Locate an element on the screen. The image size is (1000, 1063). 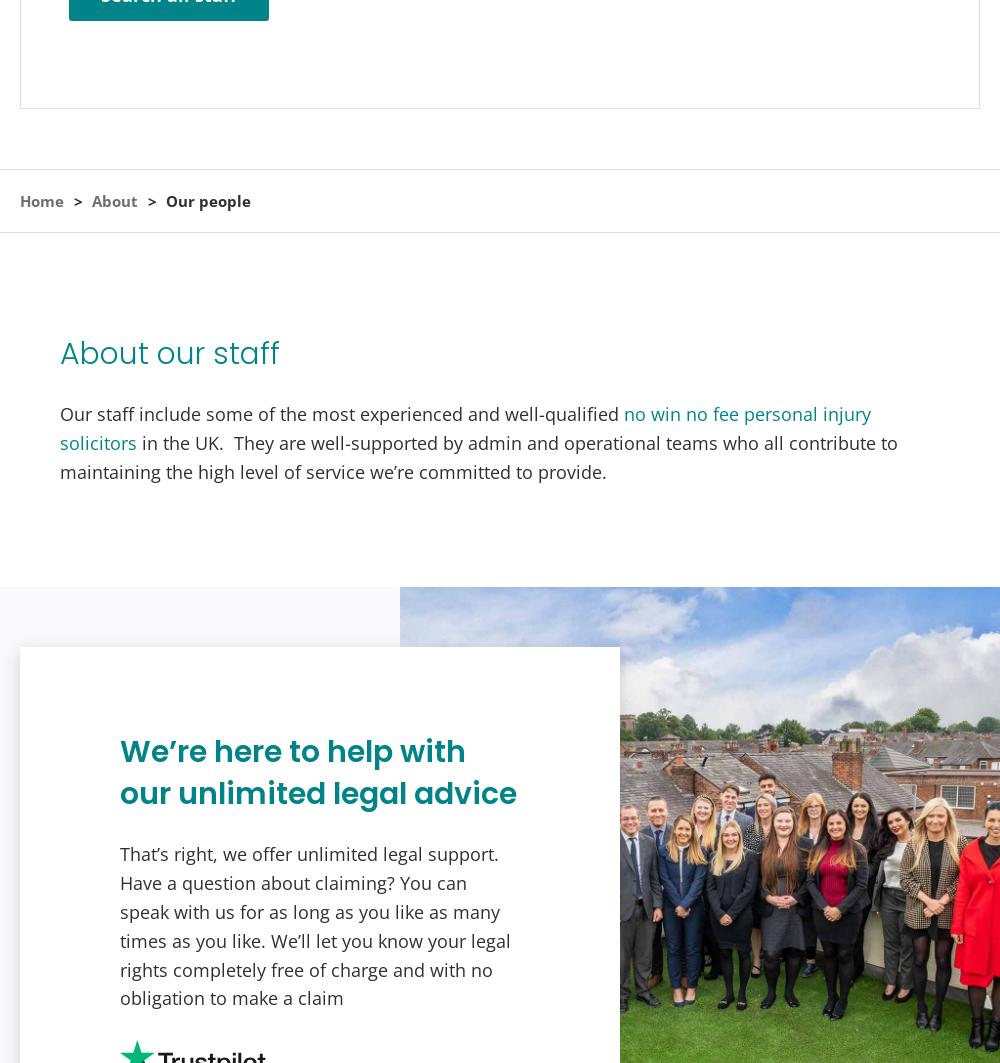
'That’s right, we offer unlimited legal support. Have a question about claiming? You can speak with us for as long as you like as many times as you like. We’ll let you know your legal rights completely free of charge and with no obligation to make a claim' is located at coordinates (314, 924).